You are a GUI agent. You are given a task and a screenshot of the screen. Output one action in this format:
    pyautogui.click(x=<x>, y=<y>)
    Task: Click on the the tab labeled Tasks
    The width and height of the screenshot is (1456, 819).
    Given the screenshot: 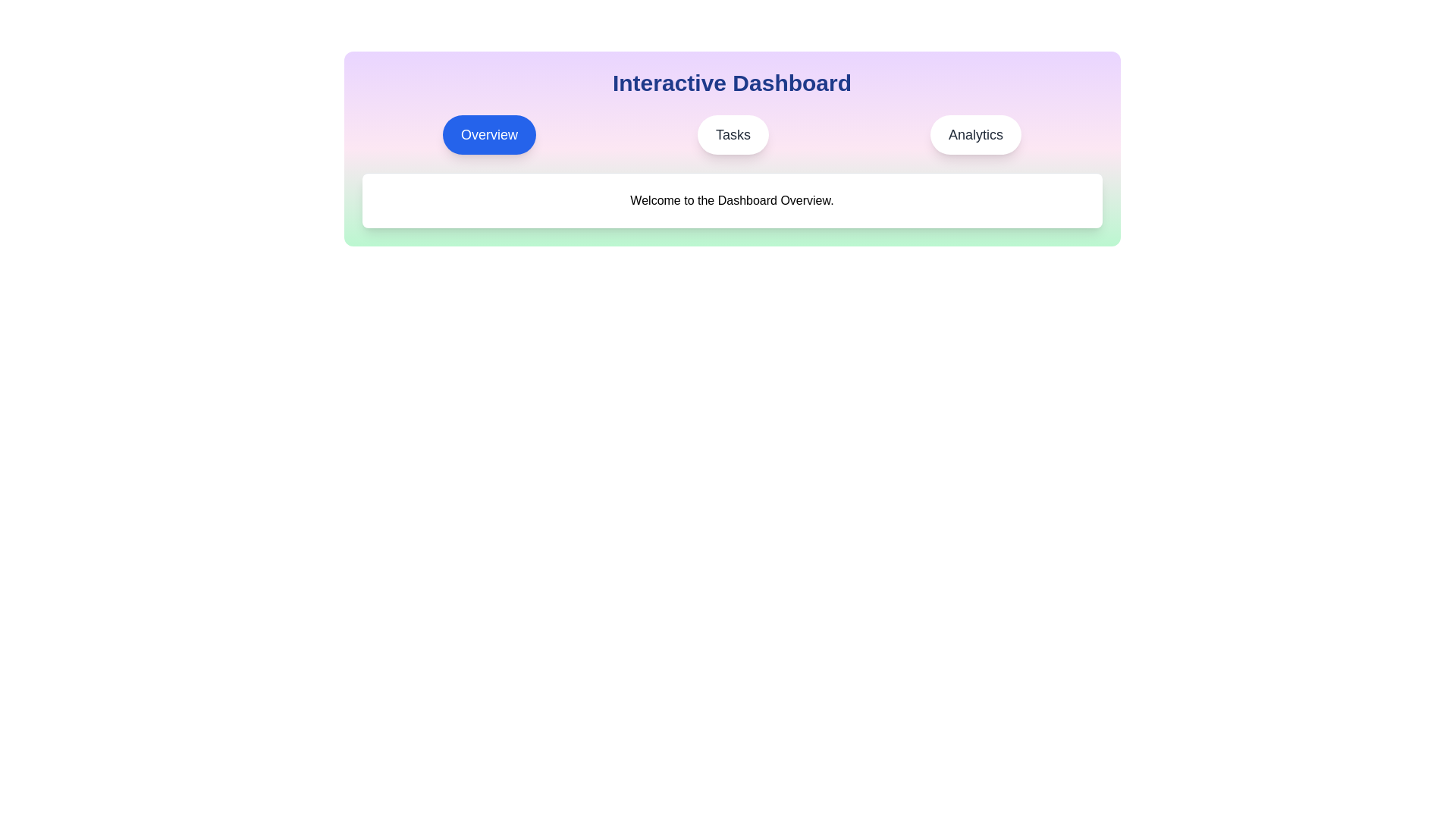 What is the action you would take?
    pyautogui.click(x=733, y=133)
    